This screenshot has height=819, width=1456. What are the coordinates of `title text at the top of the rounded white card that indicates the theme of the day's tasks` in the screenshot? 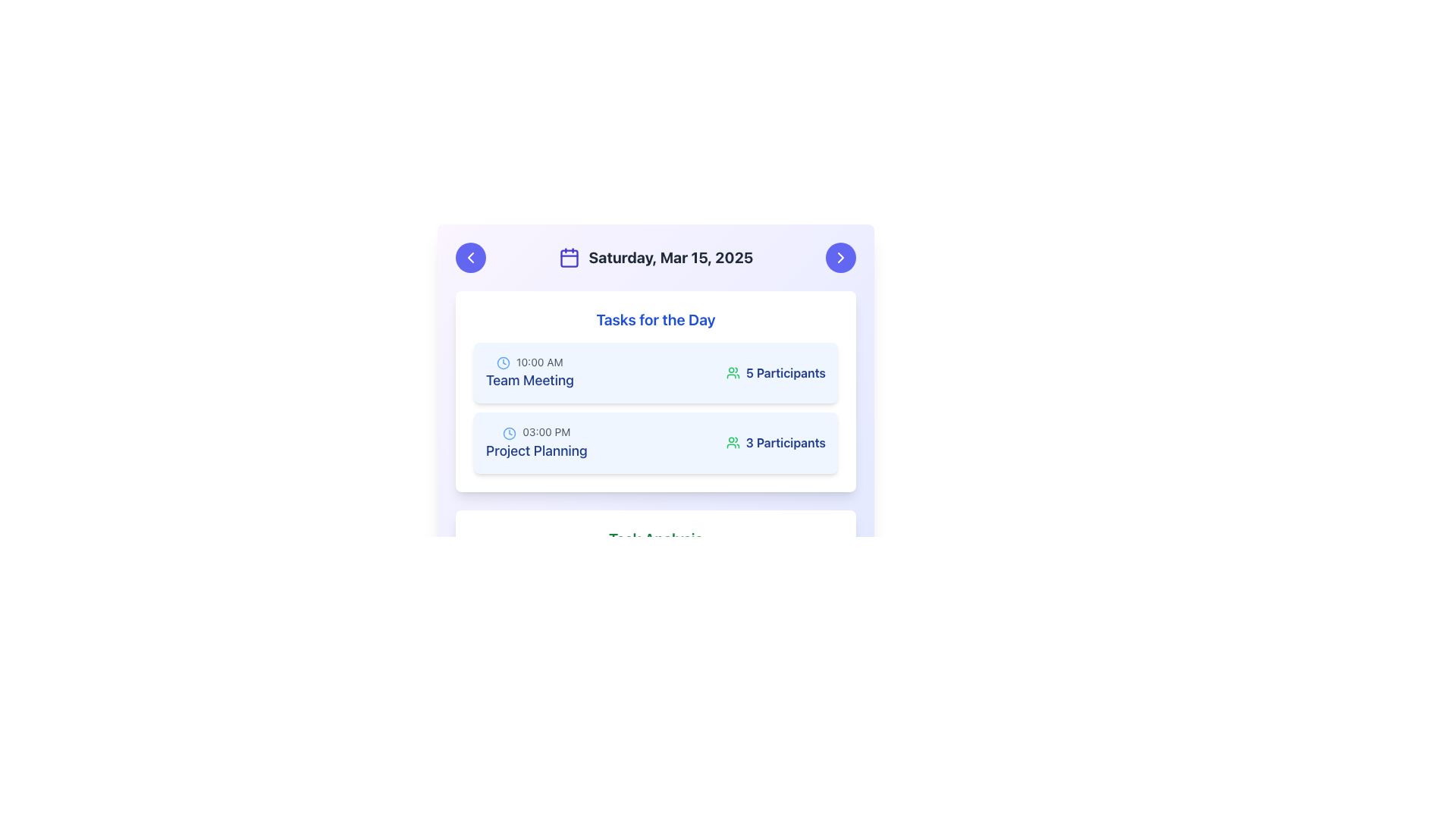 It's located at (655, 318).